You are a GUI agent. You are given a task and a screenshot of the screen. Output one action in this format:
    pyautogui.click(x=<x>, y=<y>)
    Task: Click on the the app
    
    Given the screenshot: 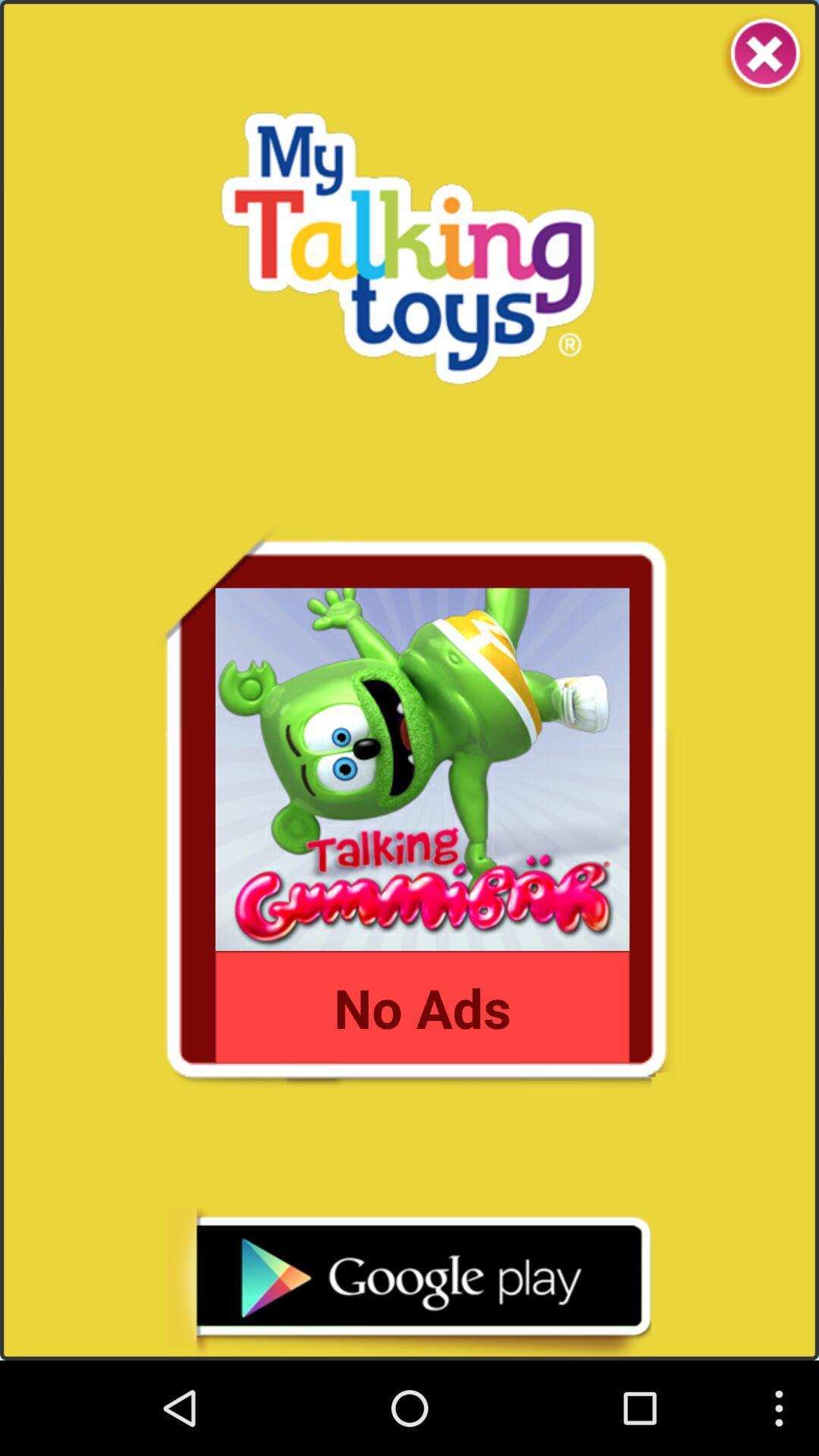 What is the action you would take?
    pyautogui.click(x=763, y=55)
    